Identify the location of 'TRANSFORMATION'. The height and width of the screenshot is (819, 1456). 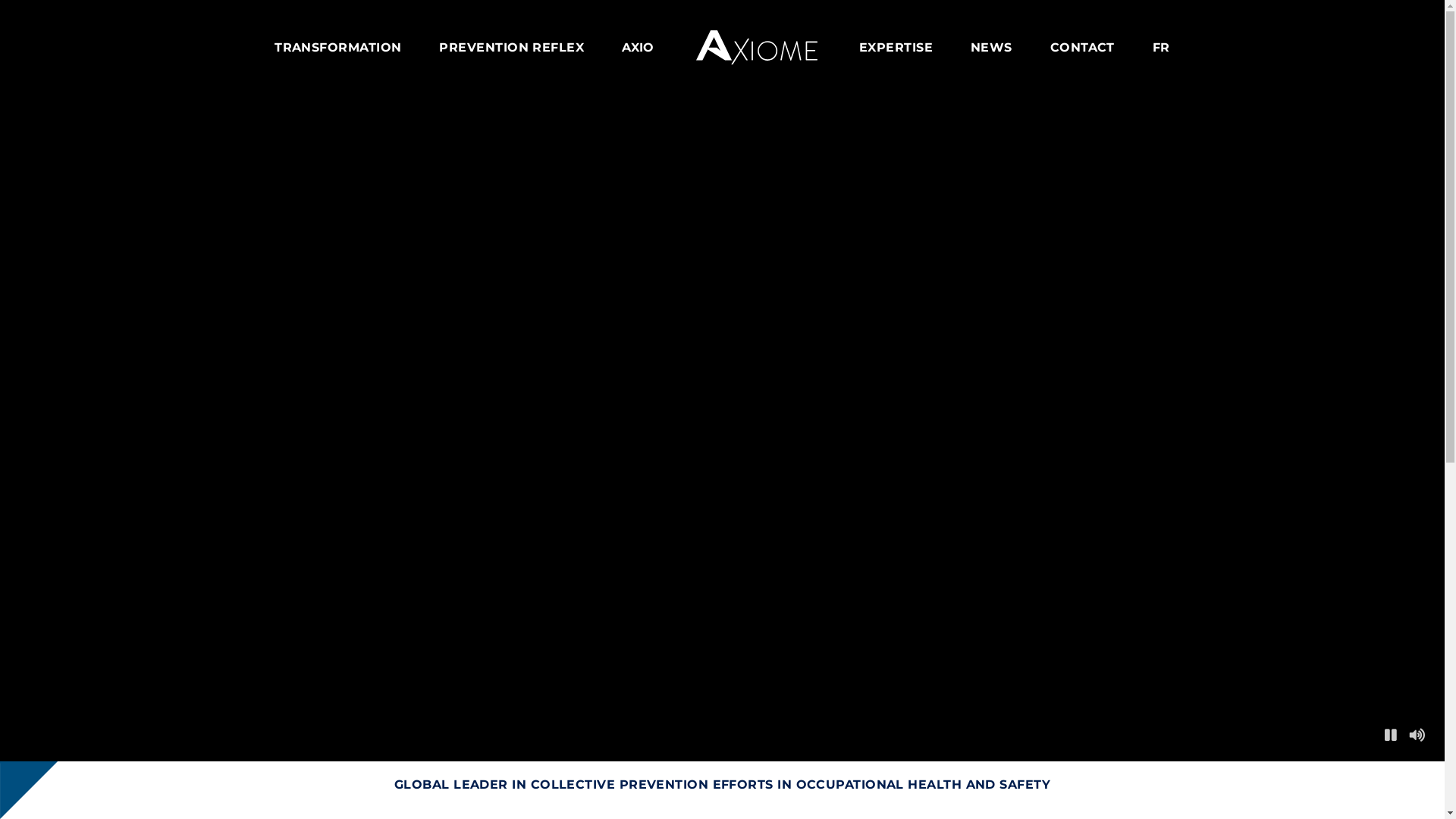
(337, 47).